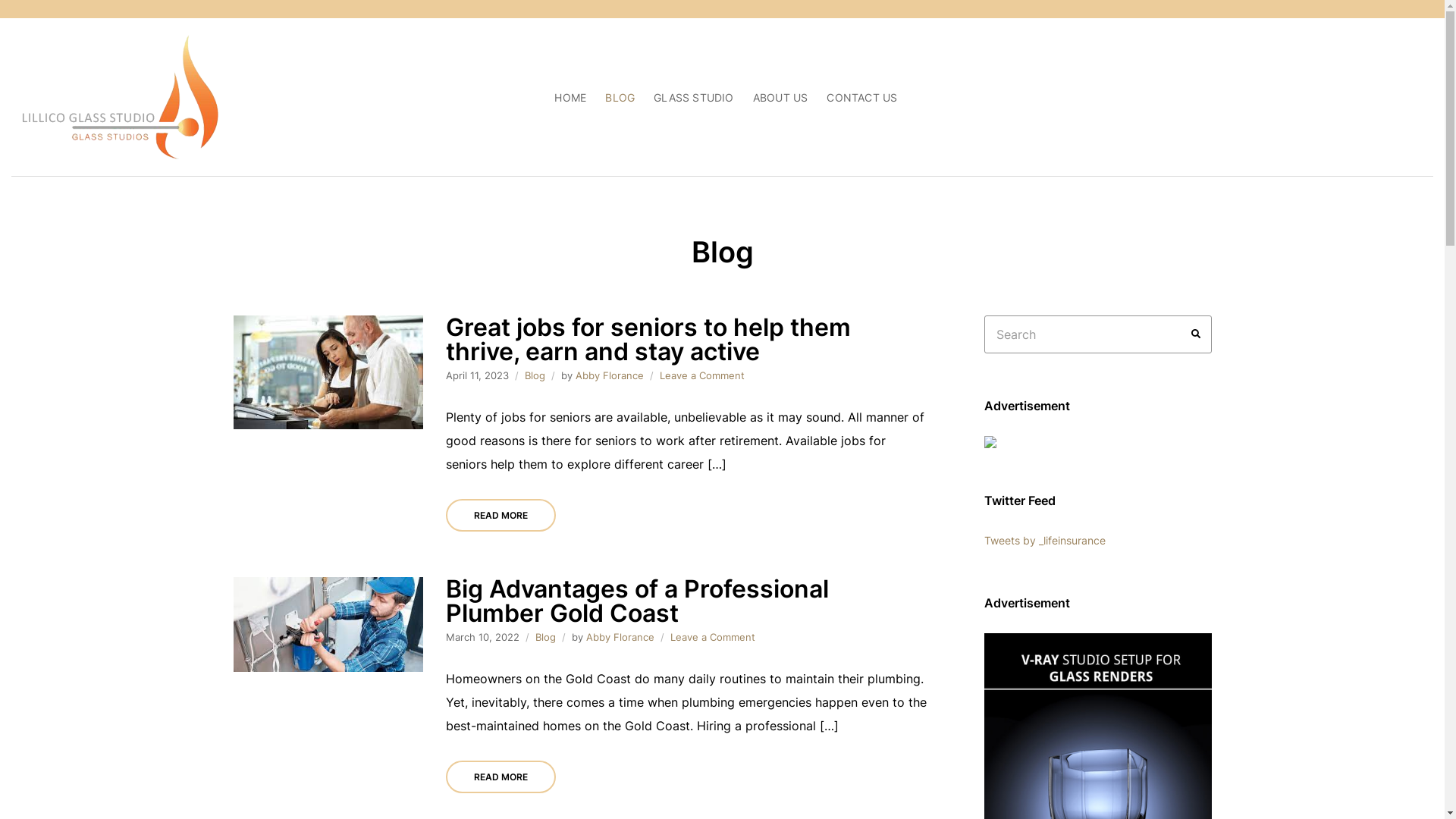  What do you see at coordinates (620, 97) in the screenshot?
I see `'BLOG'` at bounding box center [620, 97].